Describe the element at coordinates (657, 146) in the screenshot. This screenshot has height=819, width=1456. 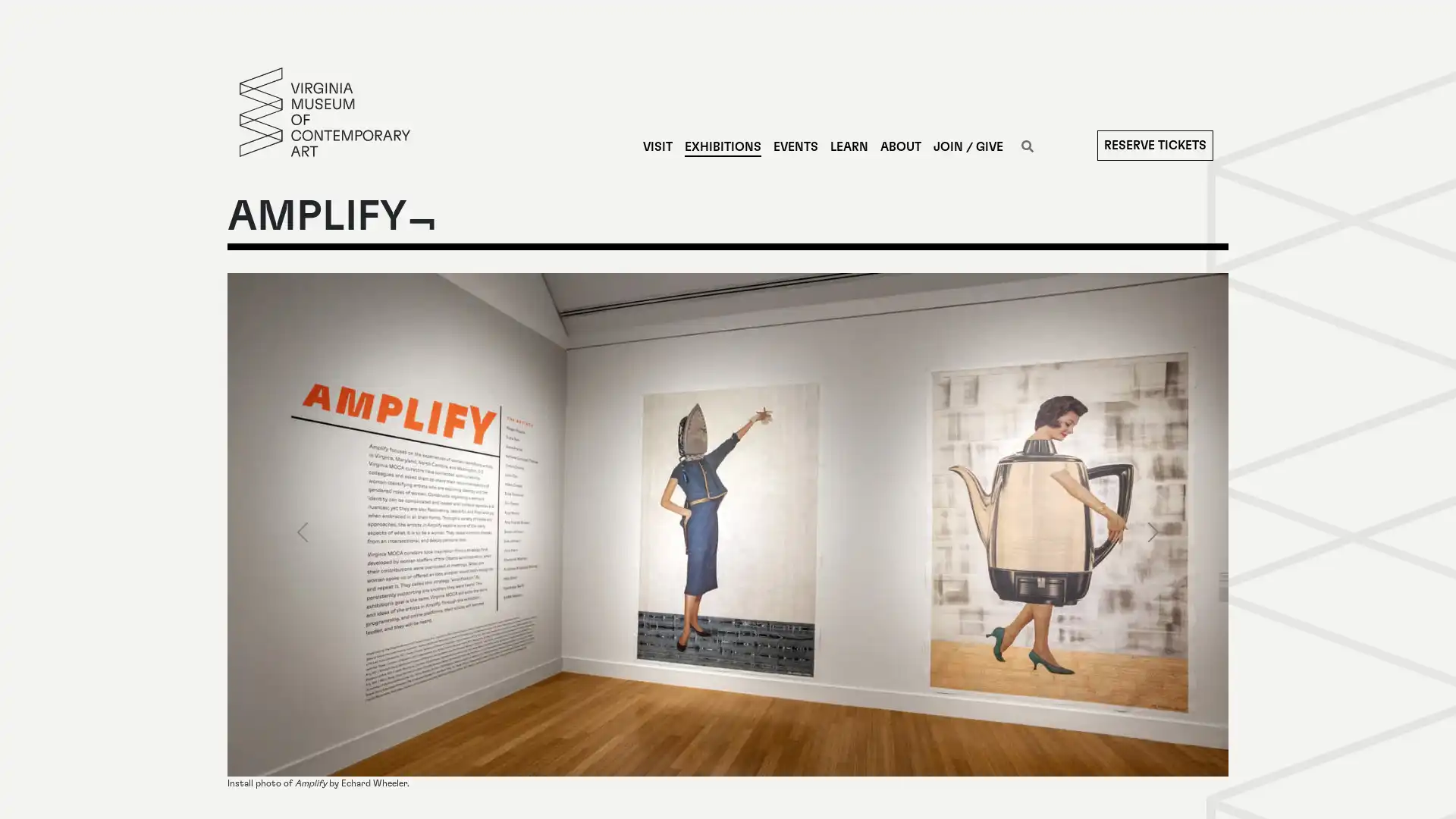
I see `VISIT` at that location.